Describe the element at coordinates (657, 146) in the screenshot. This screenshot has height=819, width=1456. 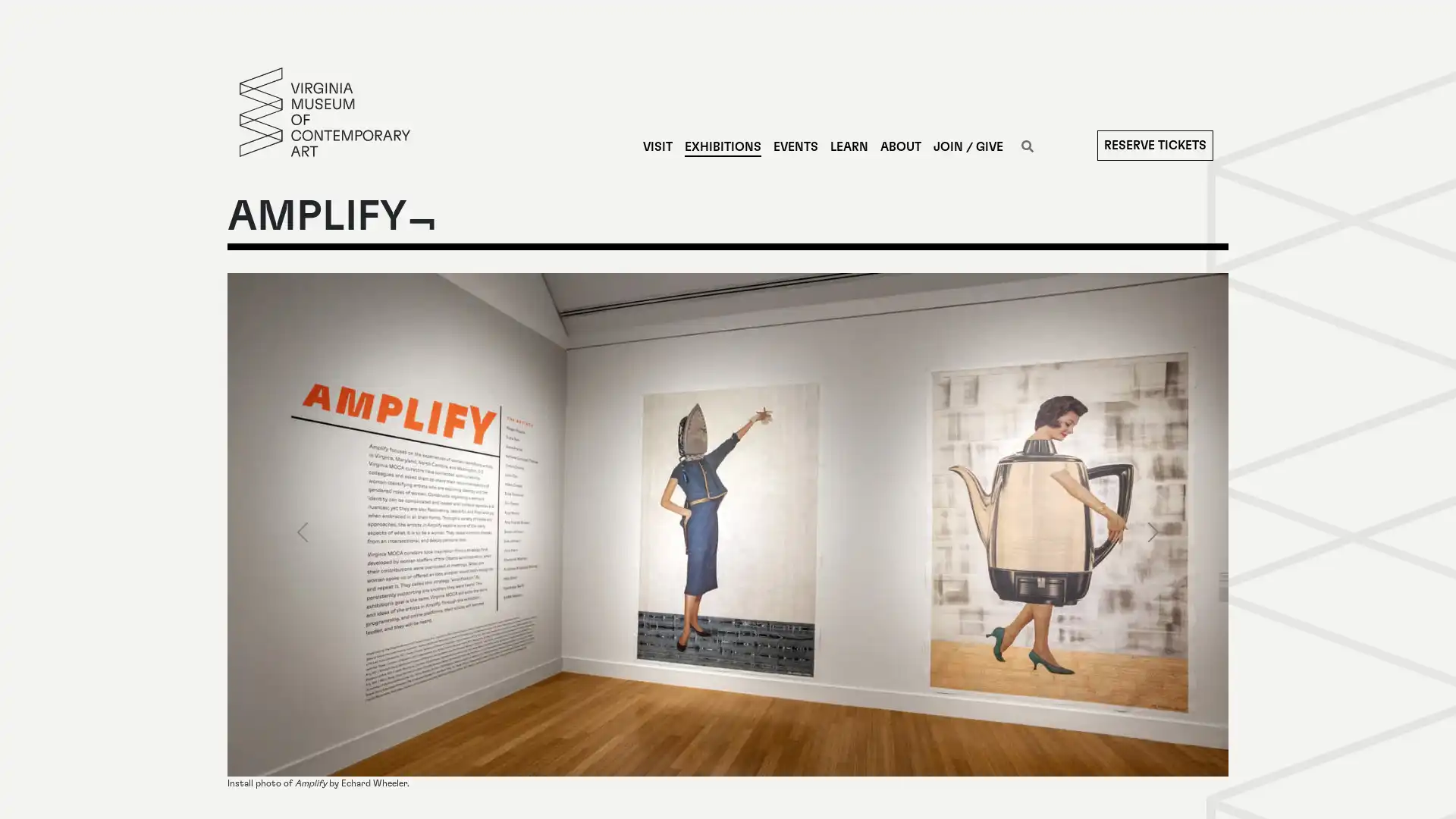
I see `VISIT` at that location.